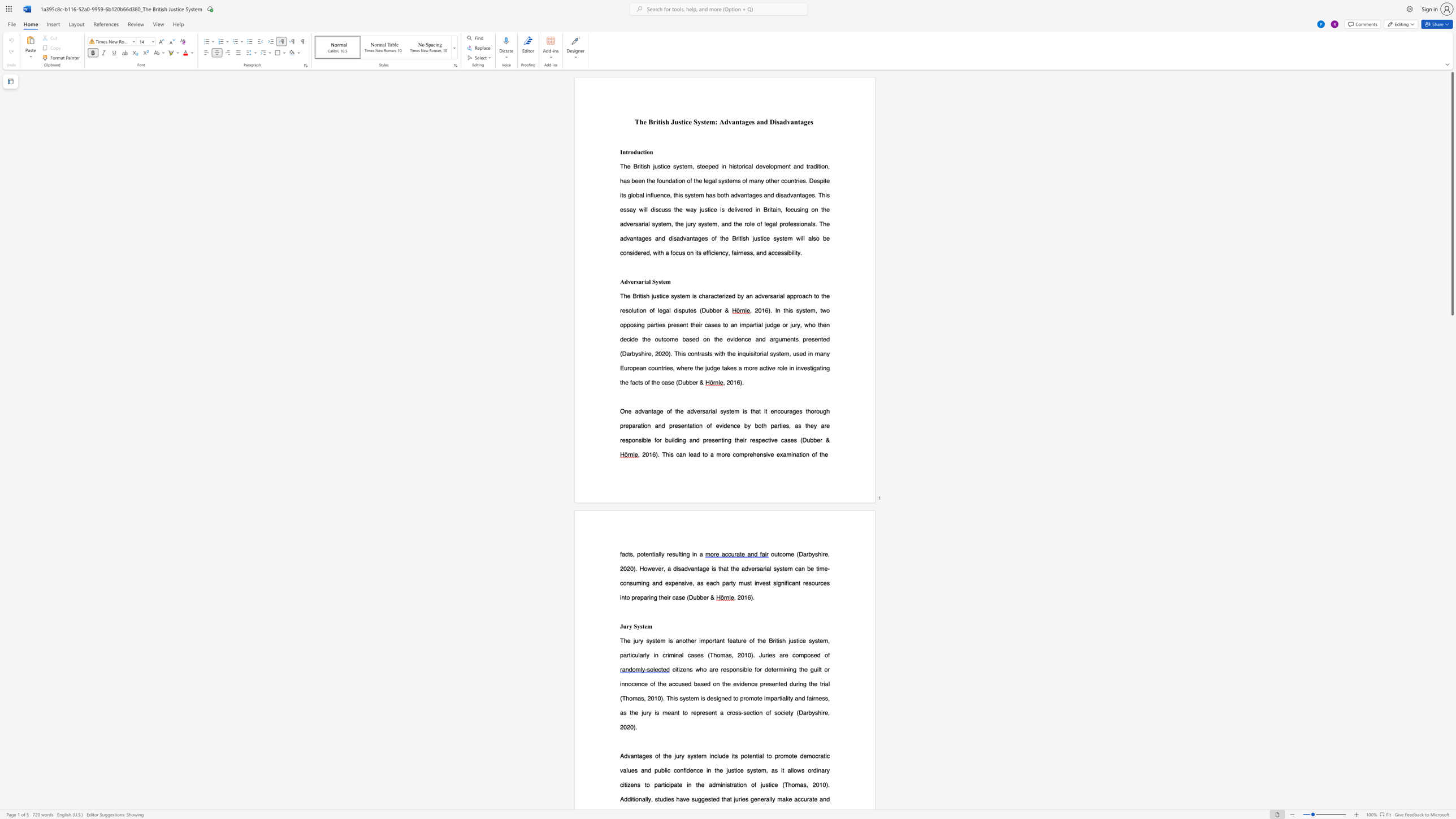 Image resolution: width=1456 pixels, height=819 pixels. I want to click on the subset text "ose" within the text "The jury system is another important feature of the British justice system, particularly in criminal cases (Thomas, 2010). Juries are composed of", so click(807, 655).